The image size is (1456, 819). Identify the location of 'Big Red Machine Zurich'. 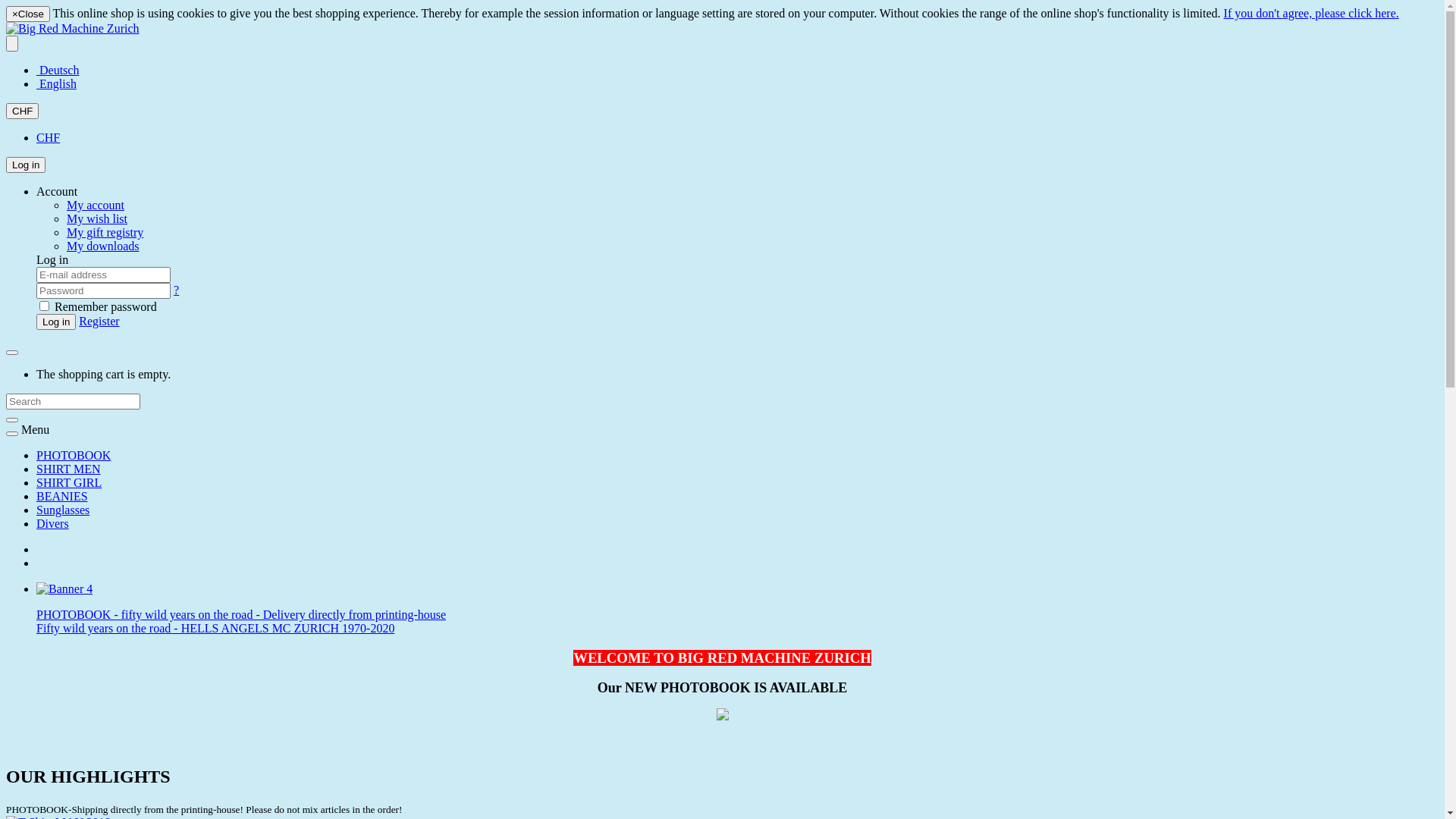
(72, 28).